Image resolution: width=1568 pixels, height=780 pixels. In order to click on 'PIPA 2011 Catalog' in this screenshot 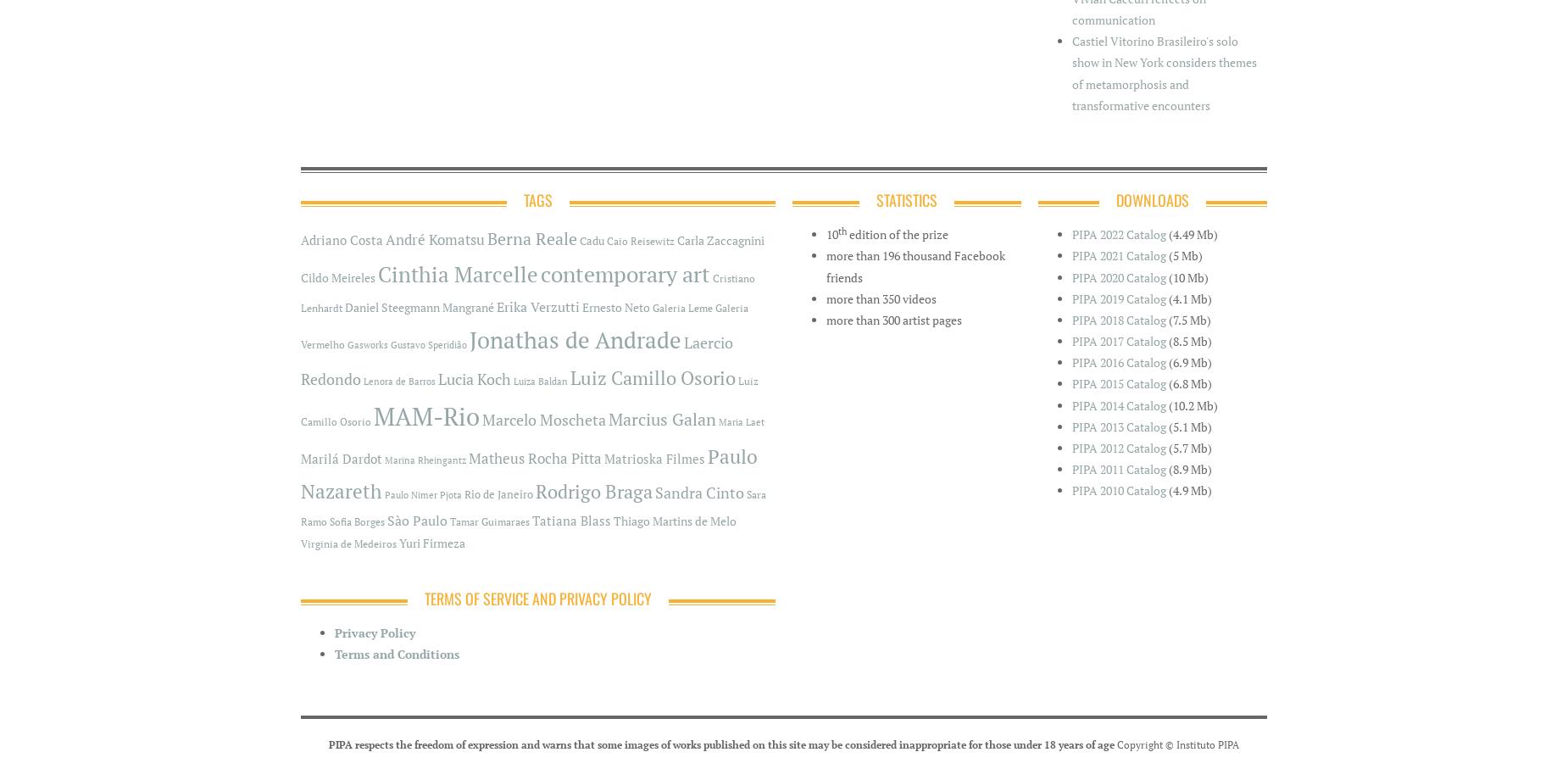, I will do `click(1118, 469)`.